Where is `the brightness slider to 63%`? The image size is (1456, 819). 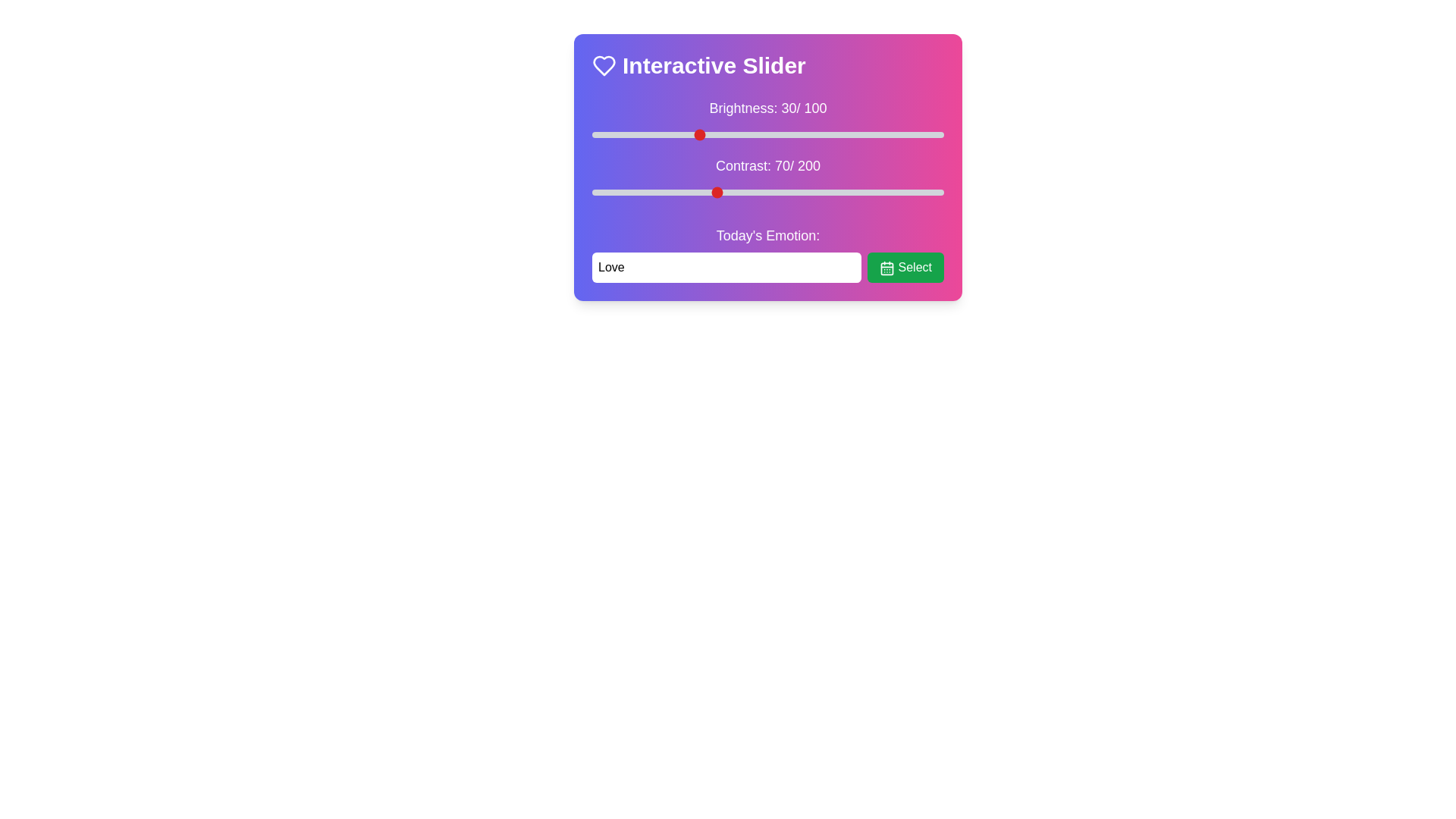 the brightness slider to 63% is located at coordinates (813, 133).